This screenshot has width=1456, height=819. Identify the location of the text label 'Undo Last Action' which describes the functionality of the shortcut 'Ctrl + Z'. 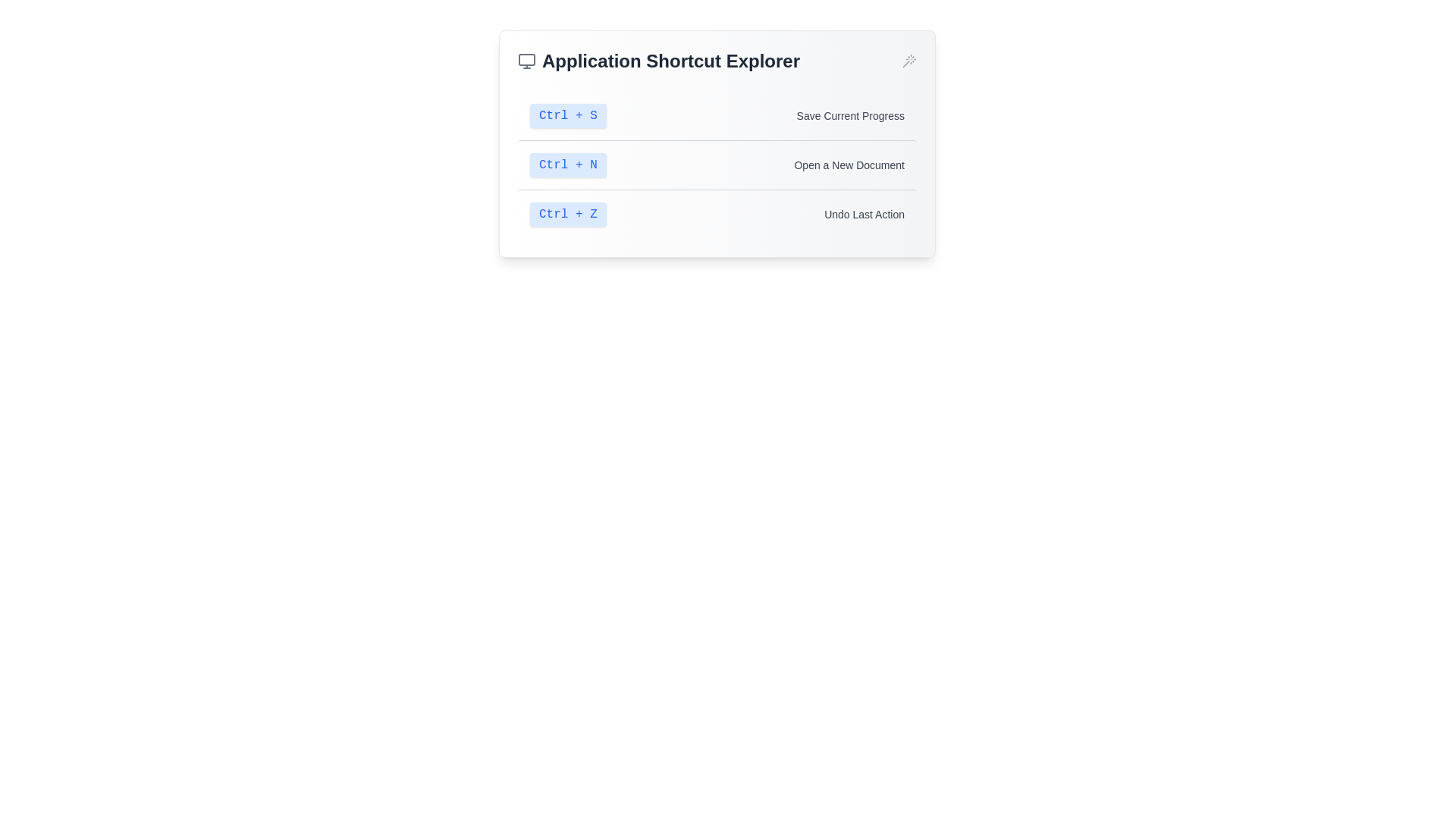
(864, 214).